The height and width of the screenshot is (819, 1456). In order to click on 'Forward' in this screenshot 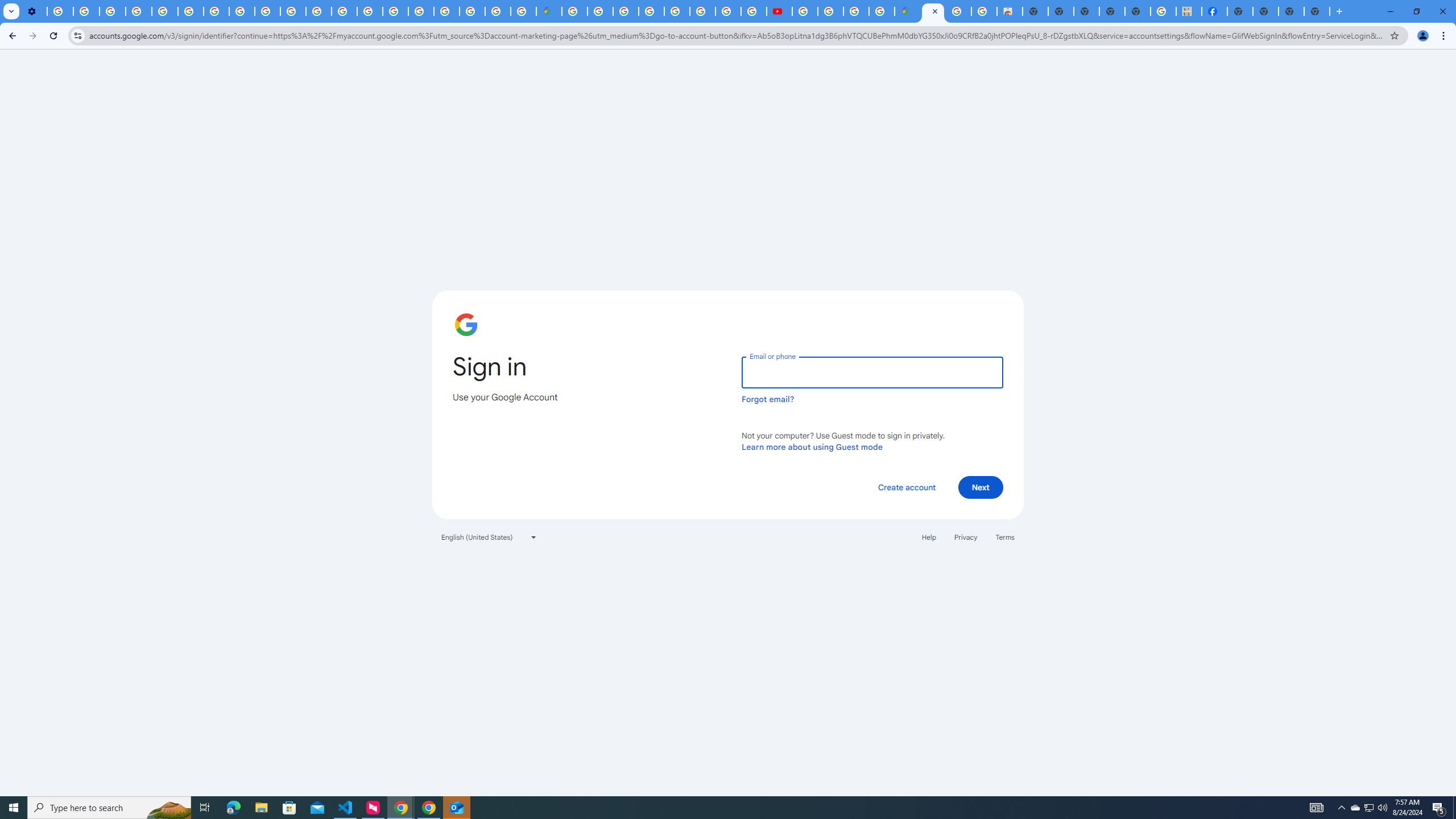, I will do `click(32, 35)`.